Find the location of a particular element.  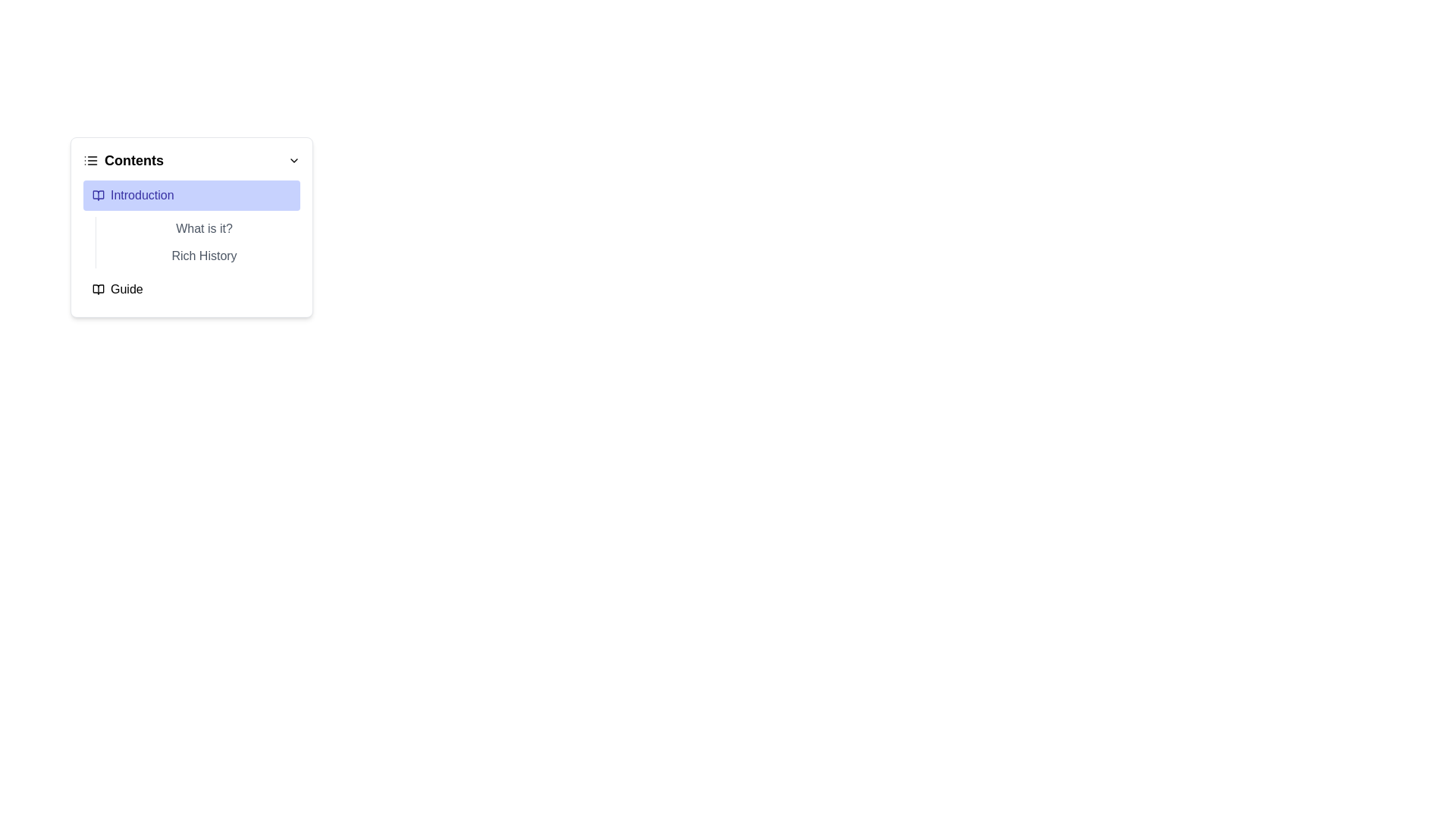

the 'Guide' navigation link in the sidebar menu is located at coordinates (191, 289).